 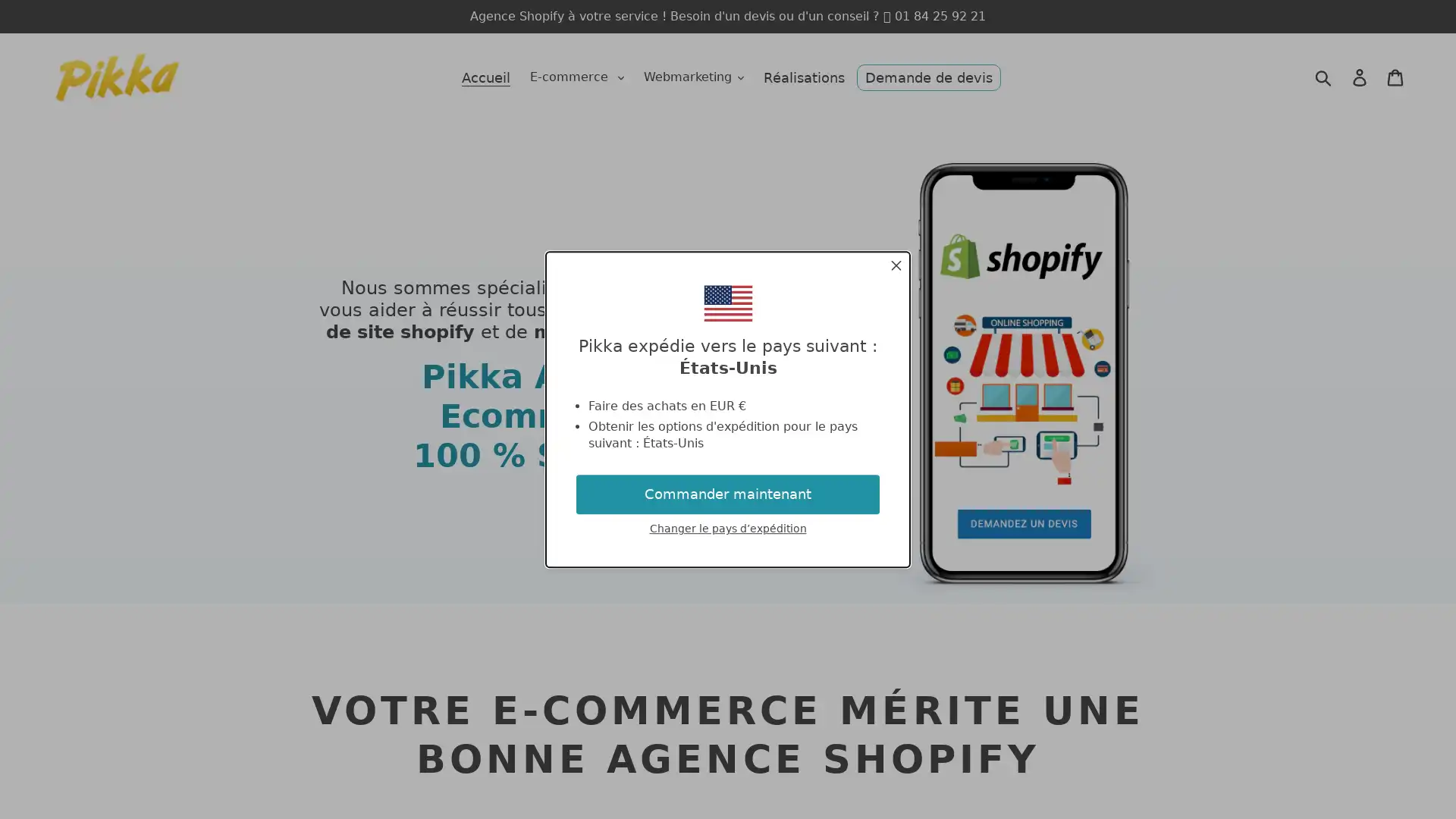 What do you see at coordinates (693, 77) in the screenshot?
I see `Webmarketing` at bounding box center [693, 77].